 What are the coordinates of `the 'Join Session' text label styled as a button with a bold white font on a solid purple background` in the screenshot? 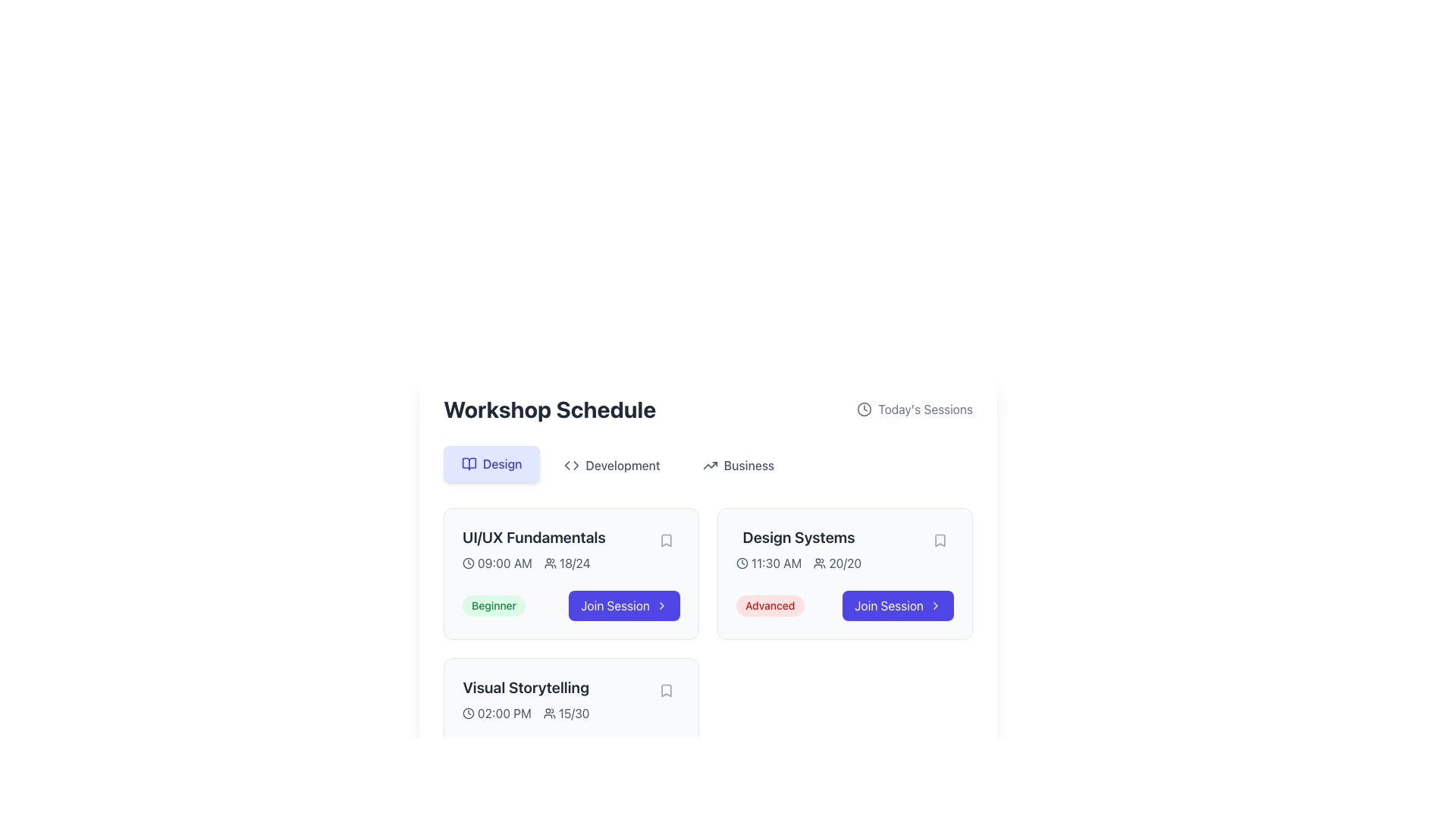 It's located at (615, 604).